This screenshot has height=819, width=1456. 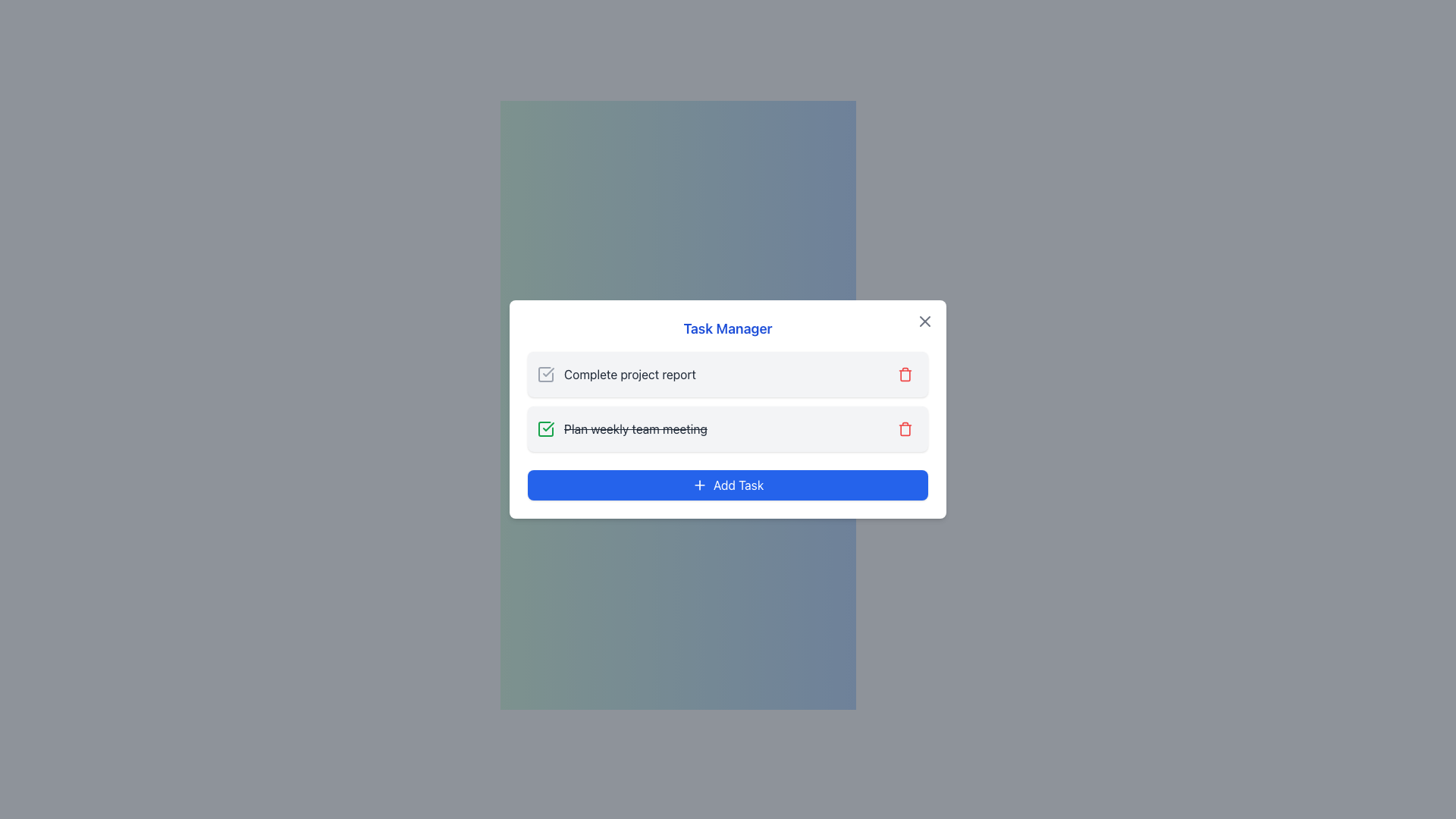 What do you see at coordinates (698, 485) in the screenshot?
I see `the small plus sign icon with a white outline against a blue background located to the left of the 'Add Task' text in the button at the center bottom of the modal window` at bounding box center [698, 485].